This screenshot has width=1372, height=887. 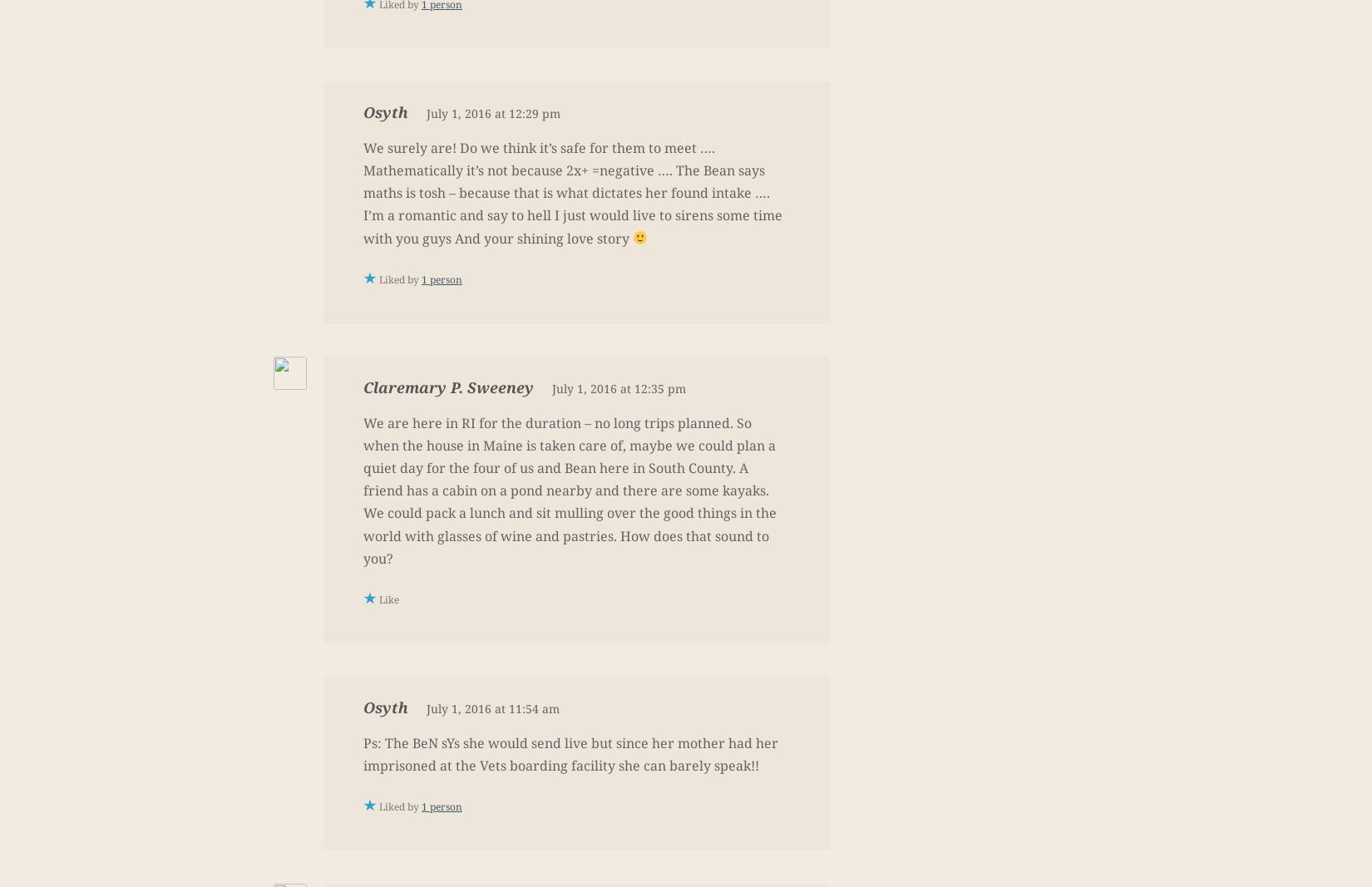 I want to click on 'Ps: The BeN sYs she would send live but since her mother had her  imprisoned at the Vets boarding facility she can barely speak!!', so click(x=570, y=754).